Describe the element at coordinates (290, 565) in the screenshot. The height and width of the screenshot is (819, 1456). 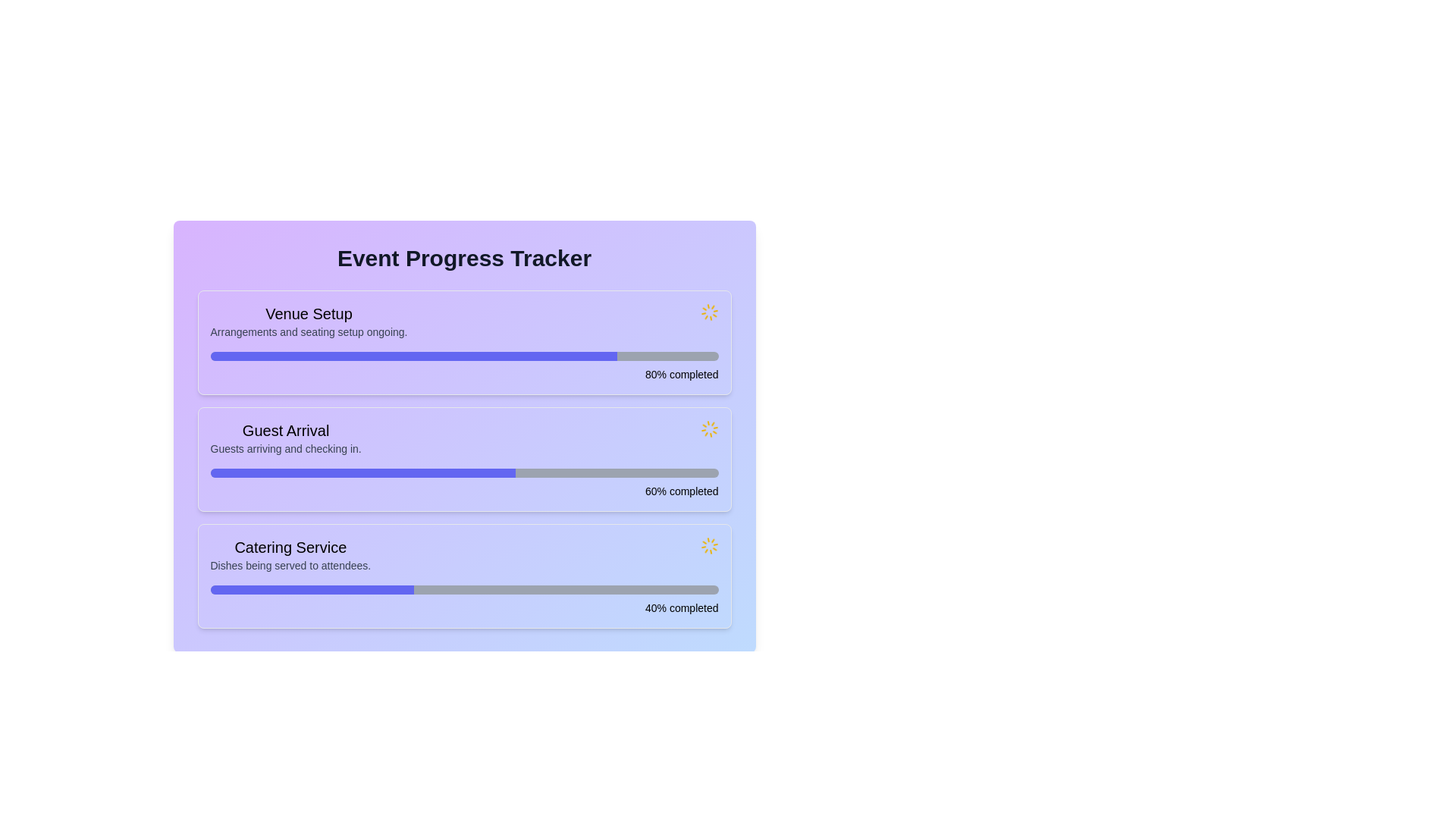
I see `text content located directly below the 'Catering Service' text in the event progress tracker, which describes the current activity or status related to catering` at that location.